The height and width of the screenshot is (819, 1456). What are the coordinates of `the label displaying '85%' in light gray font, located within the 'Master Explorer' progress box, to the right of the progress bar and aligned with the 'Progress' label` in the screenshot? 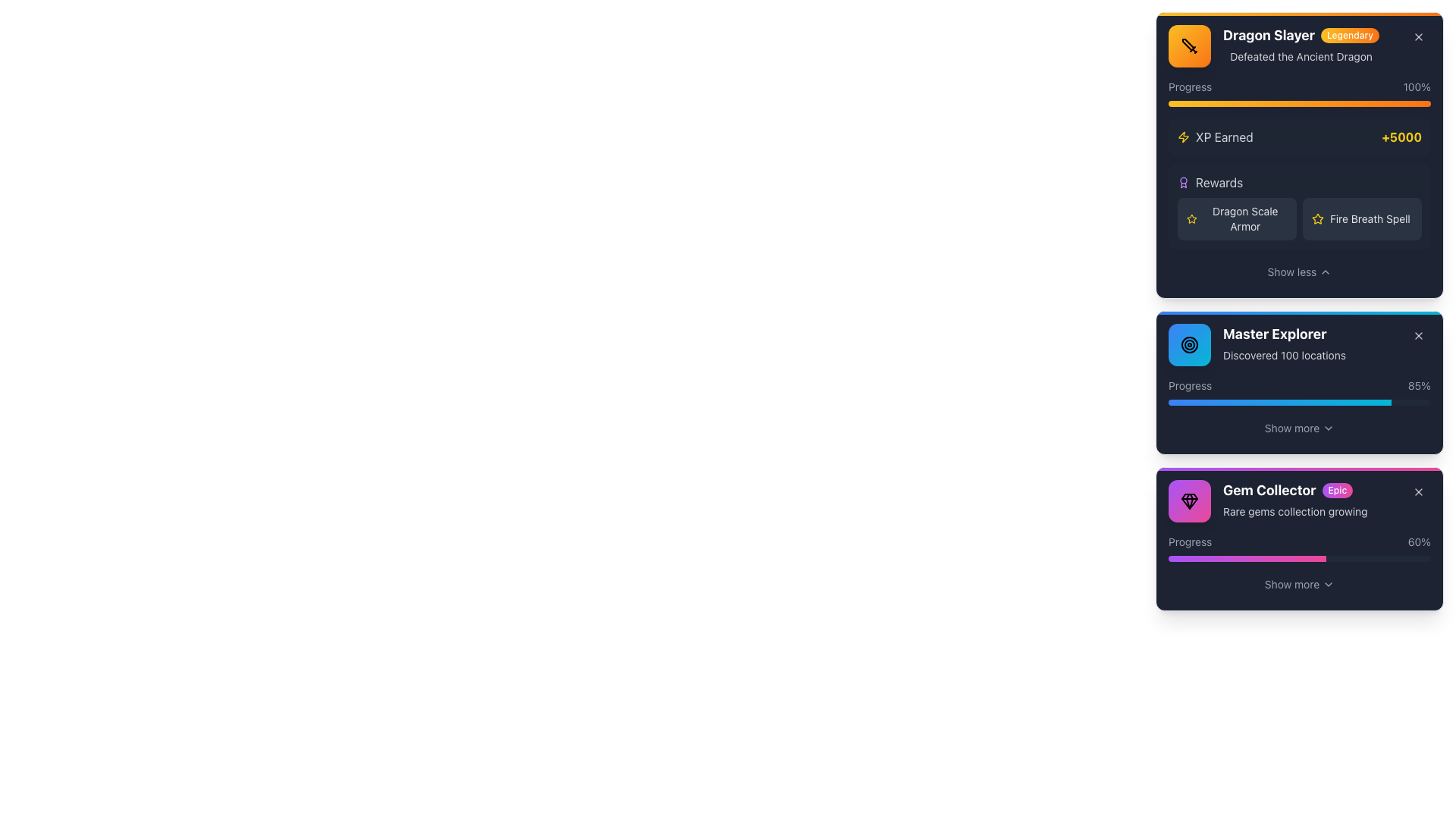 It's located at (1419, 385).